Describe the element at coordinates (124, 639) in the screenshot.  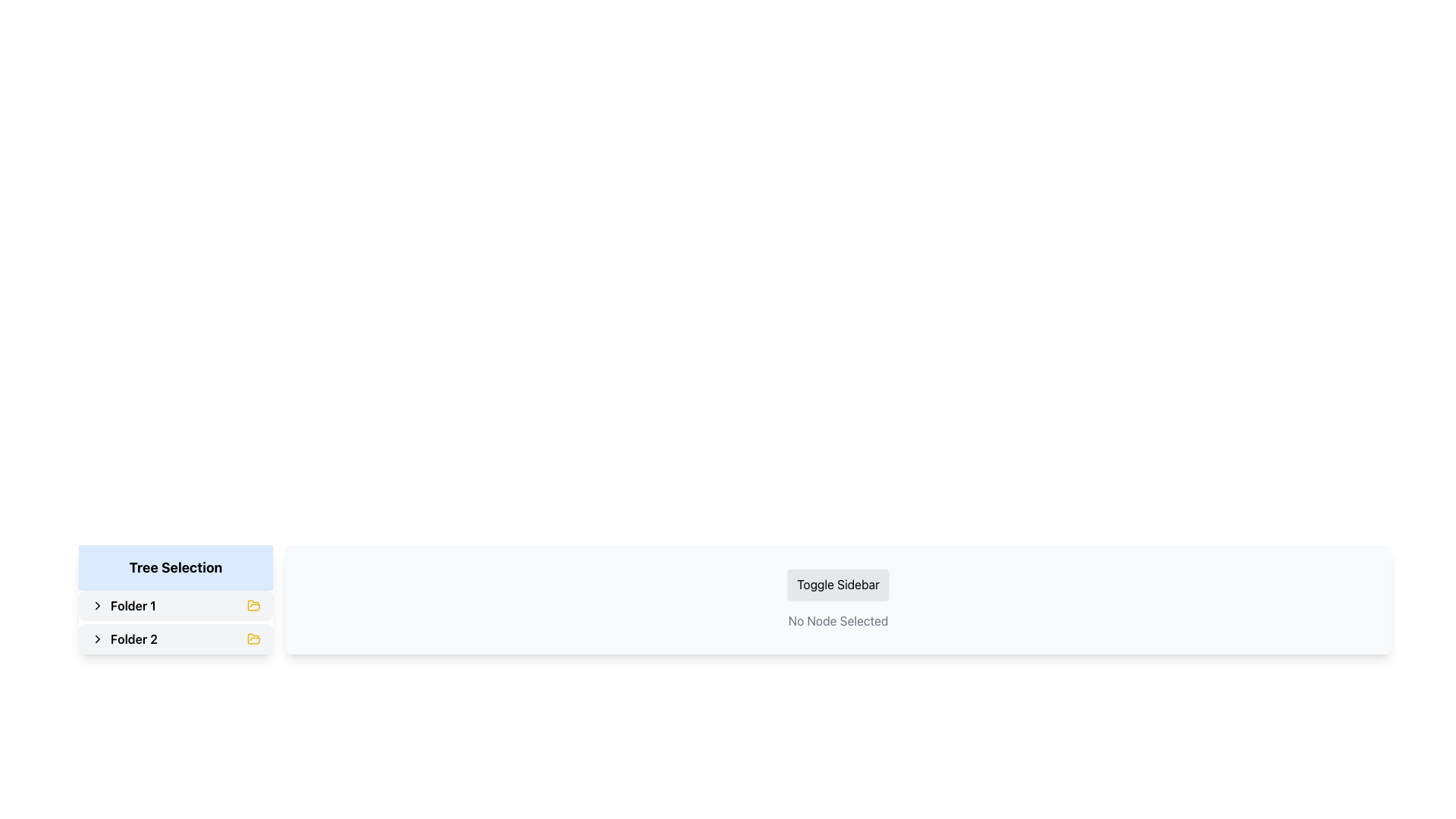
I see `the folder label for 'Folder 2' in the second row of the vertical list` at that location.